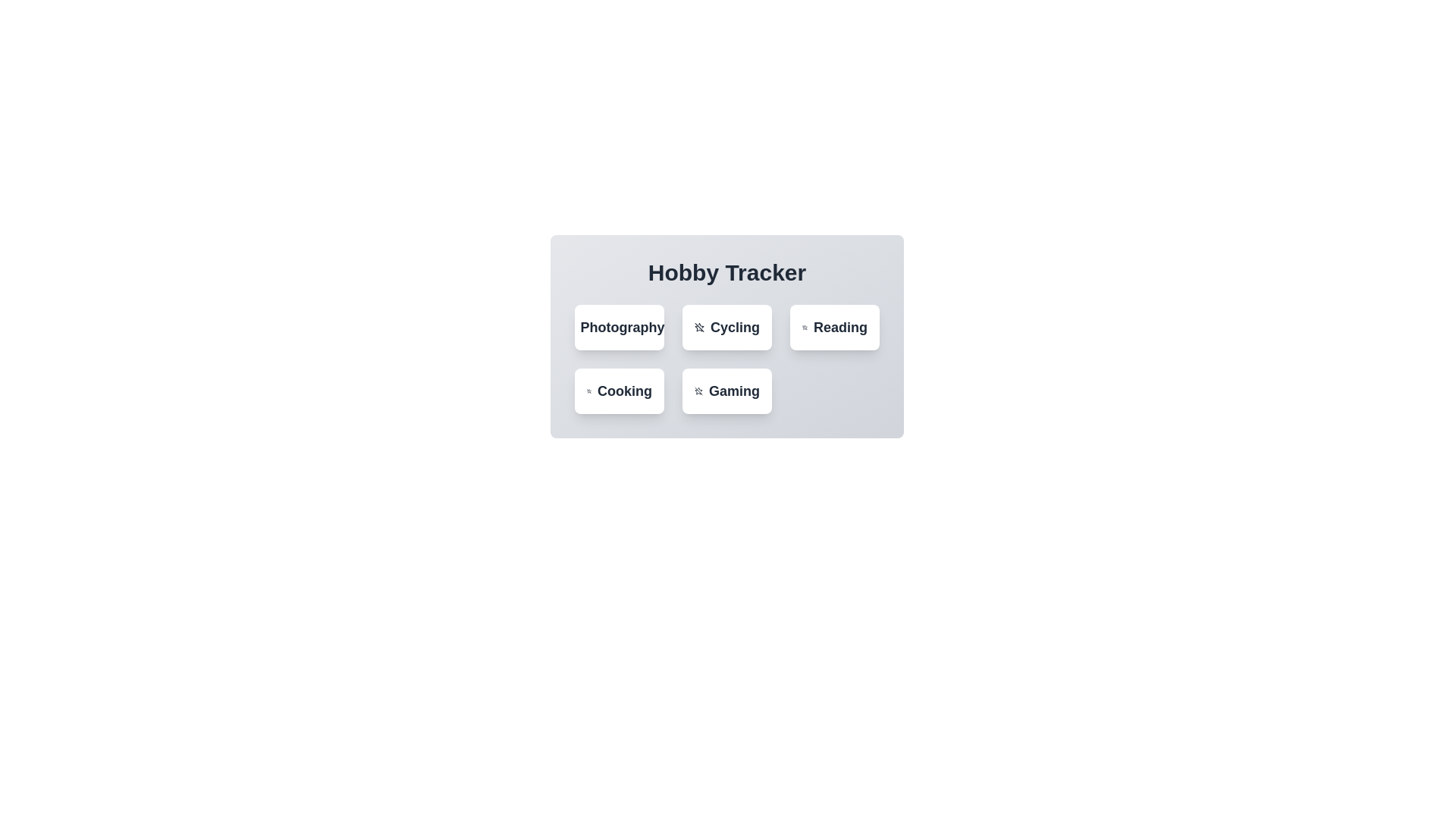 The image size is (1456, 819). I want to click on the hobby Gaming by clicking its button, so click(726, 391).